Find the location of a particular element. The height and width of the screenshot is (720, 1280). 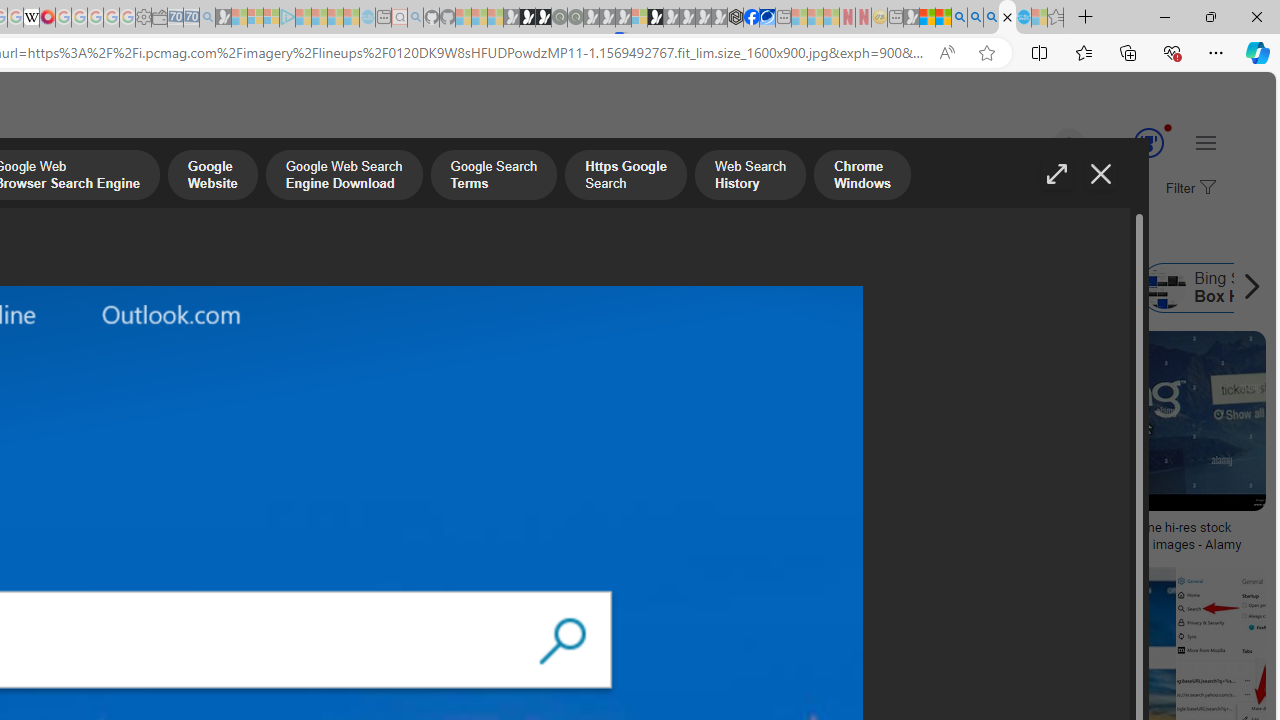

'Full screen' is located at coordinates (1055, 173).